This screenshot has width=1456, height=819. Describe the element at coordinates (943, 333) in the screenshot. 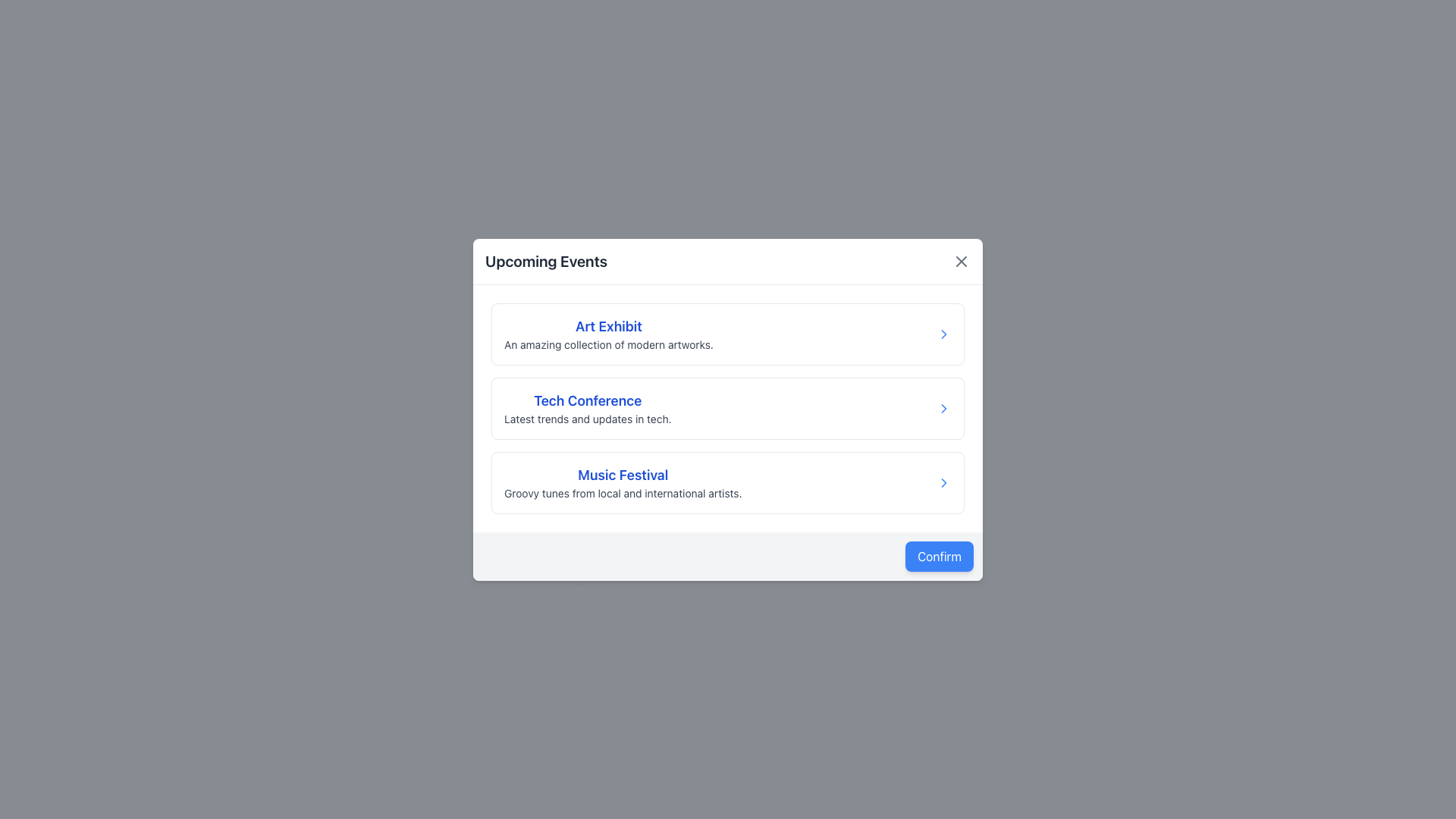

I see `the right-pointing blue arrow icon located at the topmost event card` at that location.